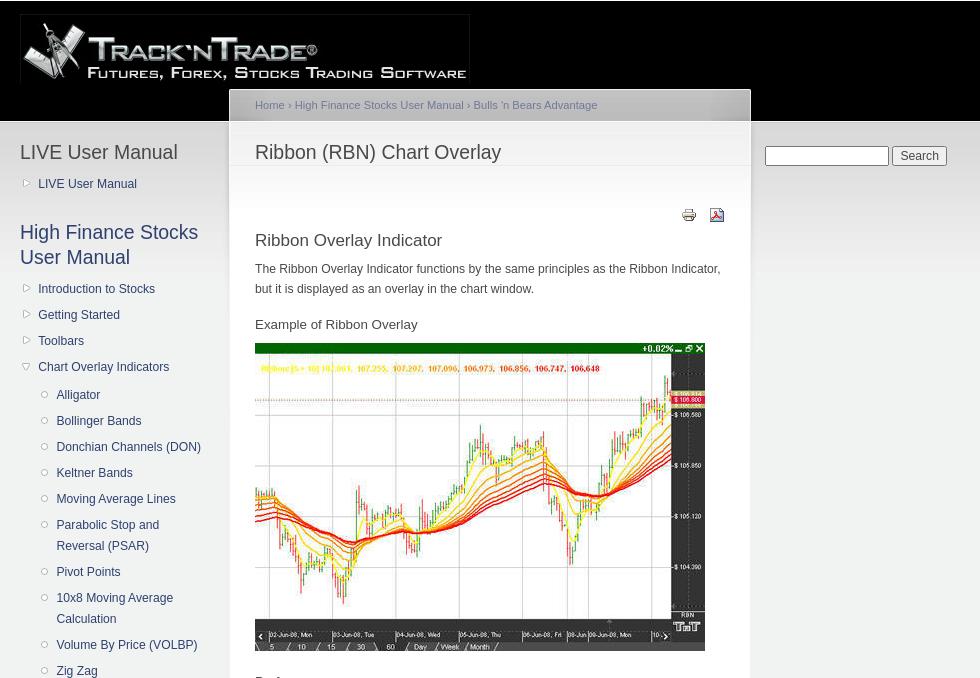 The height and width of the screenshot is (678, 980). I want to click on 'Parabolic Stop and Reversal (PSAR)', so click(107, 535).